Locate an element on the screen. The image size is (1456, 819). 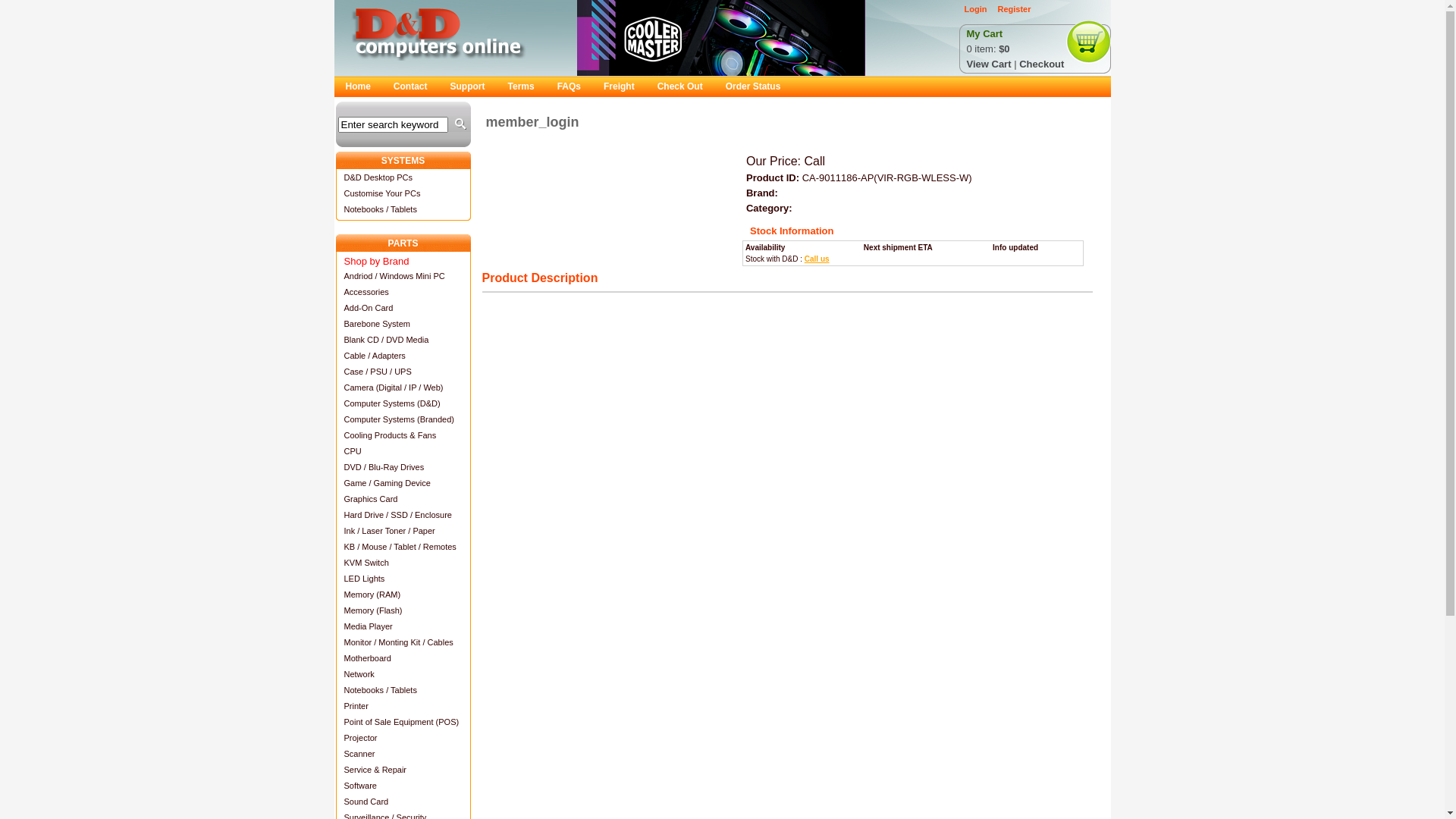
'Computer Systems (Branded)' is located at coordinates (403, 419).